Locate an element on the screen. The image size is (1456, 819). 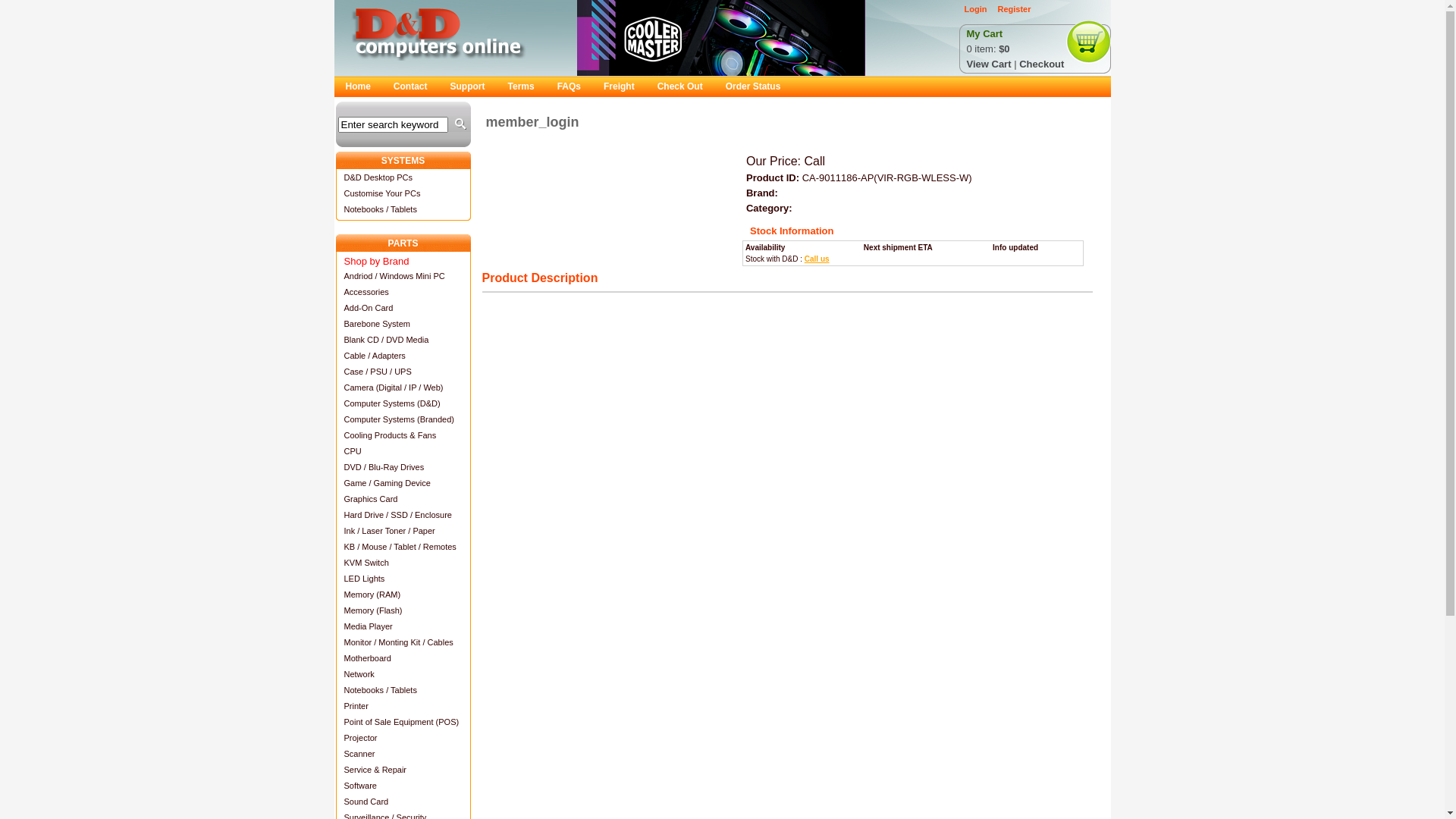
'Computer Systems (Branded)' is located at coordinates (403, 419).